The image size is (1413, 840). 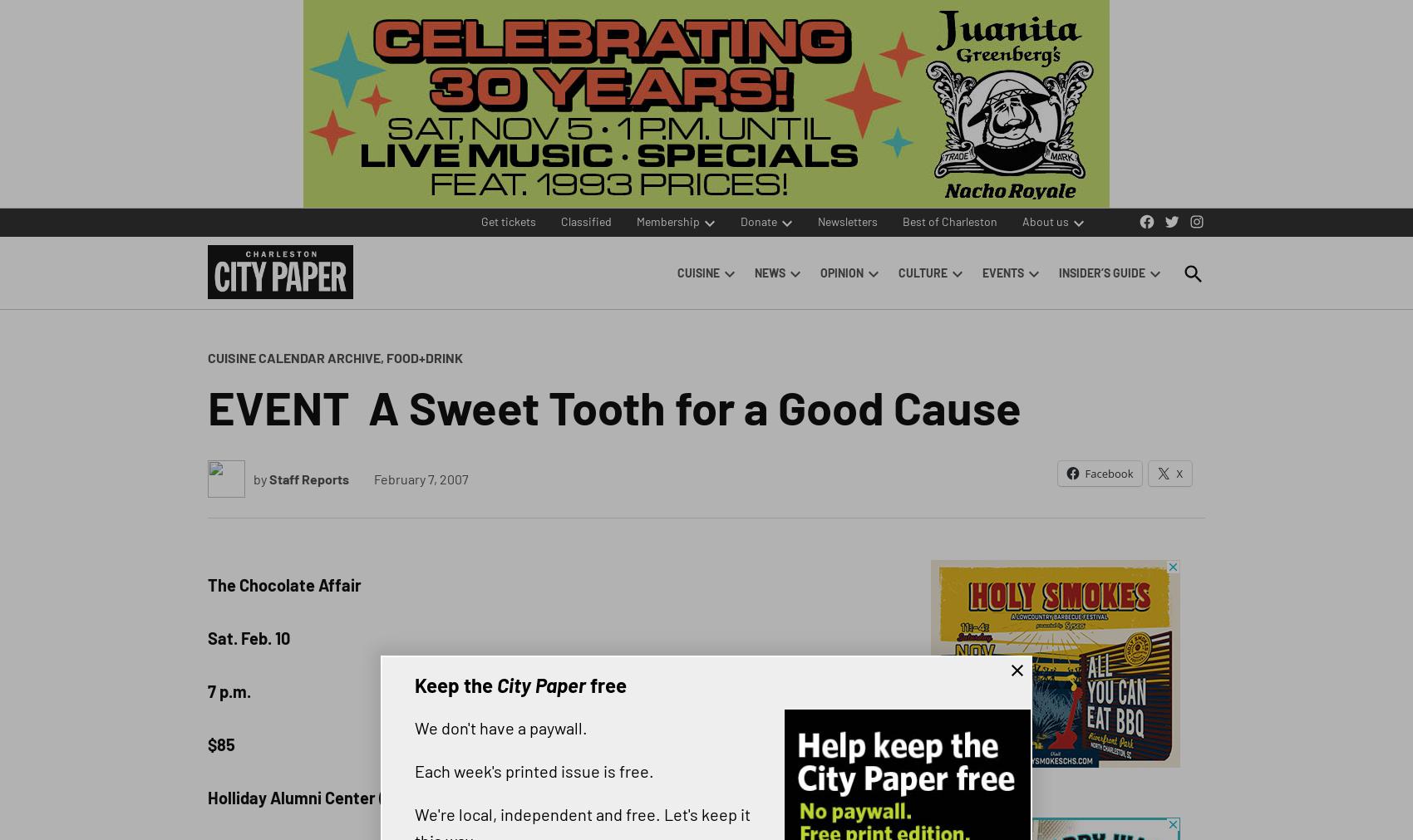 I want to click on 'INSIDER’S GUIDE', so click(x=1102, y=273).